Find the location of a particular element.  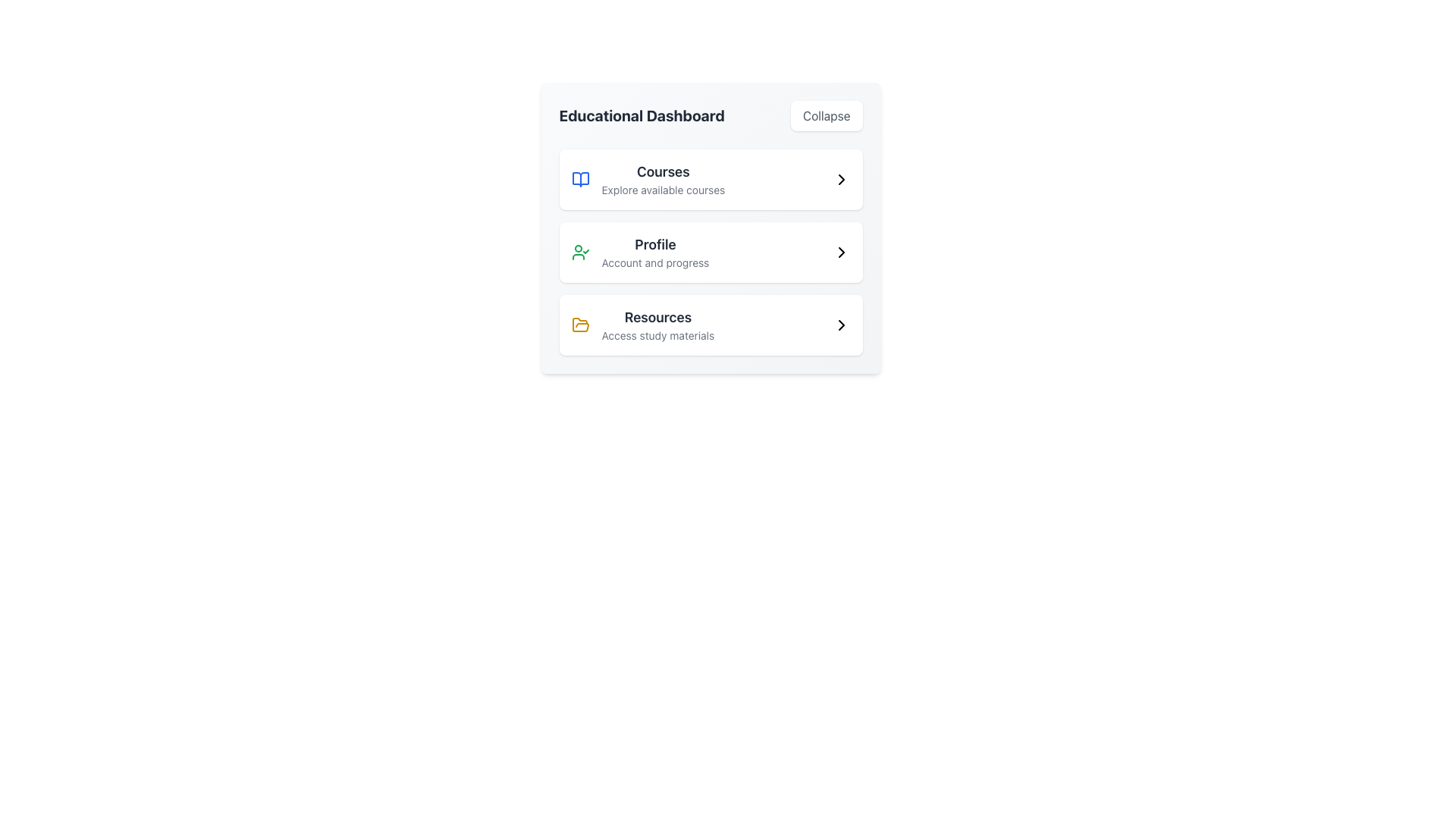

the chevron-right arrow icon located on the far right of the 'Resources' section, adjacent to the 'Access study materials' text, to indicate navigation to further details is located at coordinates (840, 324).